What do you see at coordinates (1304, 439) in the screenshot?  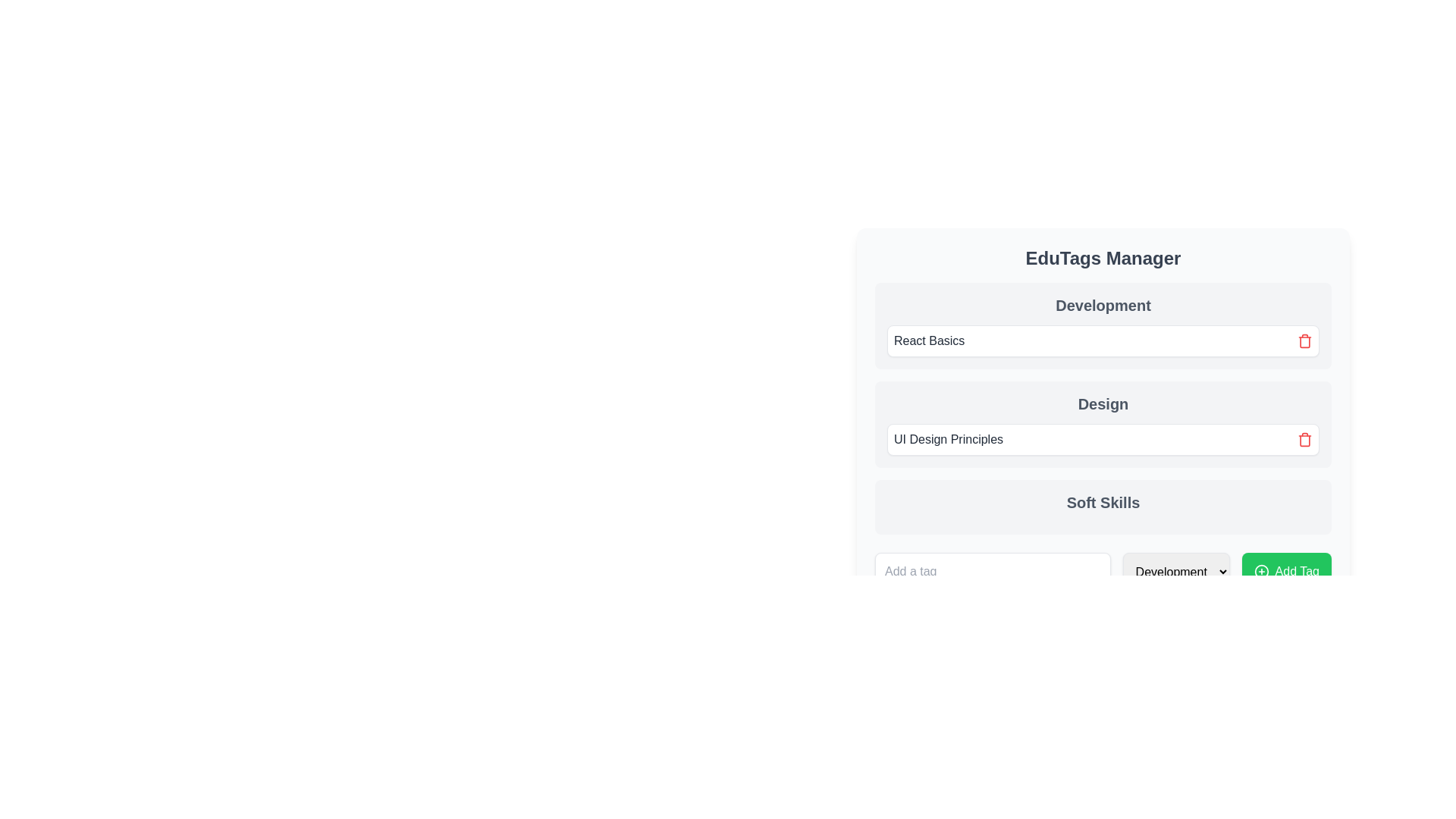 I see `the red trash bin icon button located on the far right of the 'UI Design Principles' box` at bounding box center [1304, 439].